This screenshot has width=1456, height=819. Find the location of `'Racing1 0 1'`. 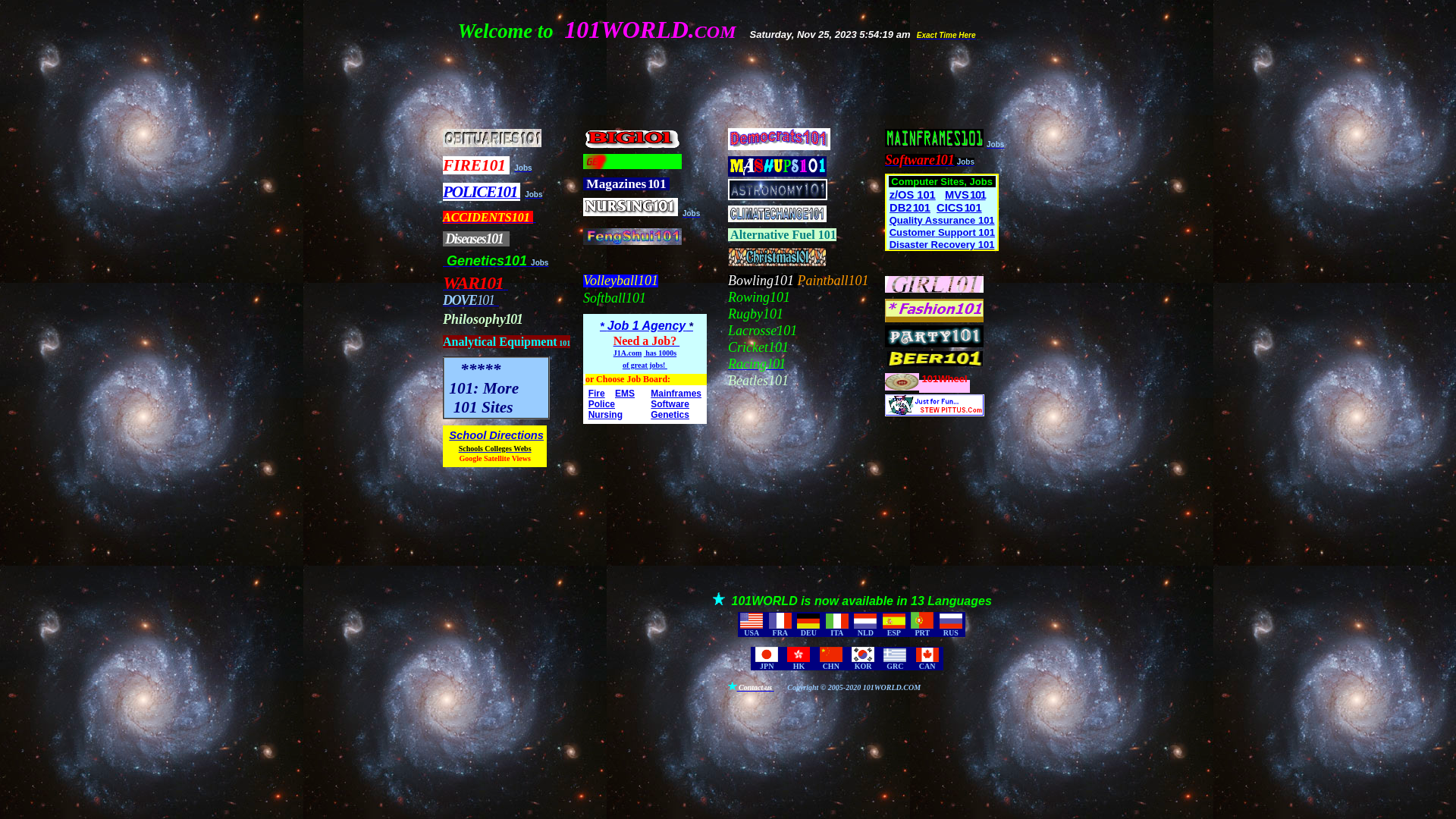

'Racing1 0 1' is located at coordinates (756, 364).